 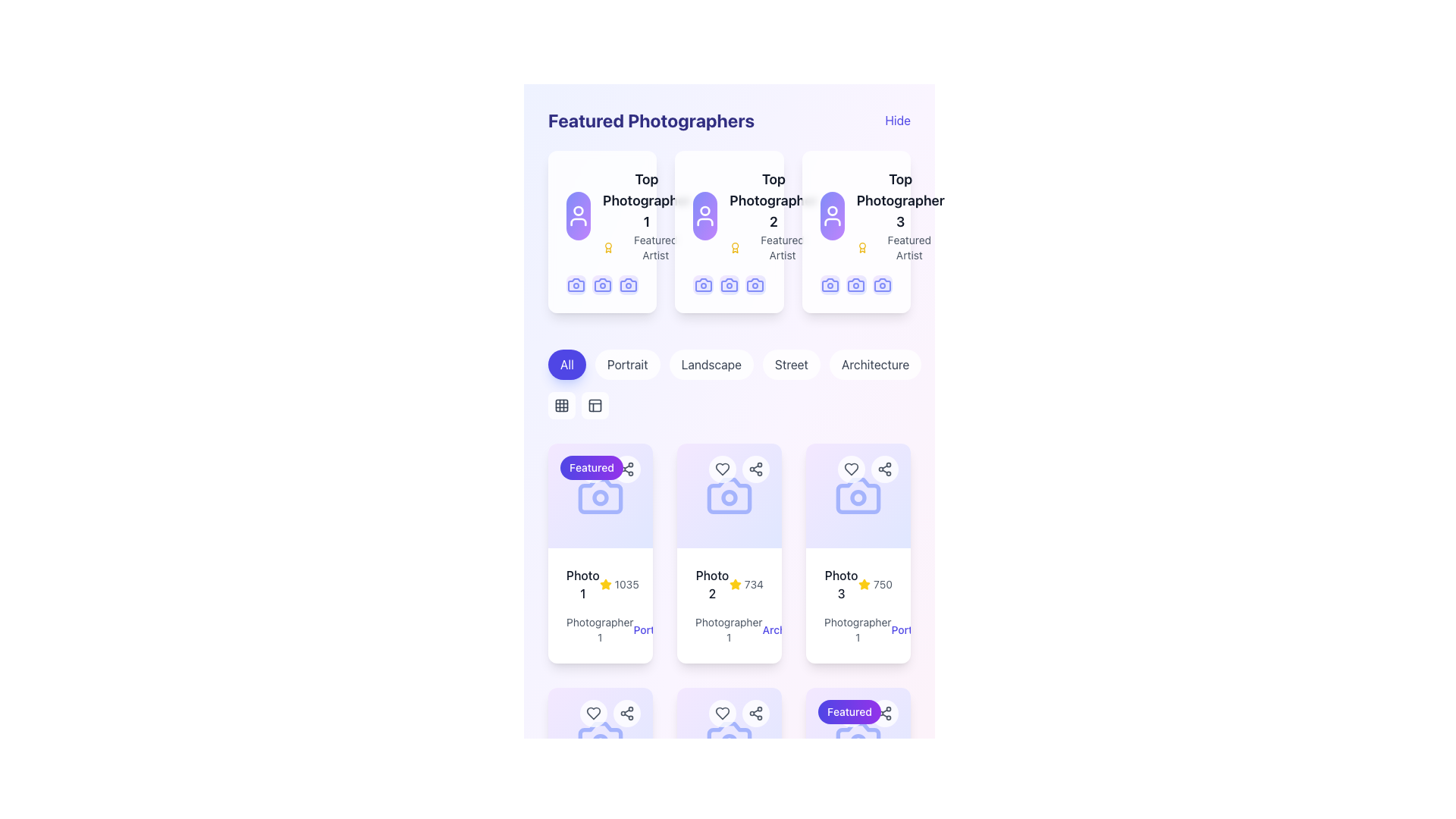 What do you see at coordinates (829, 285) in the screenshot?
I see `the camera icon in the lower middle section of the 'Top Photographer 3' card, which represents a photography feature` at bounding box center [829, 285].